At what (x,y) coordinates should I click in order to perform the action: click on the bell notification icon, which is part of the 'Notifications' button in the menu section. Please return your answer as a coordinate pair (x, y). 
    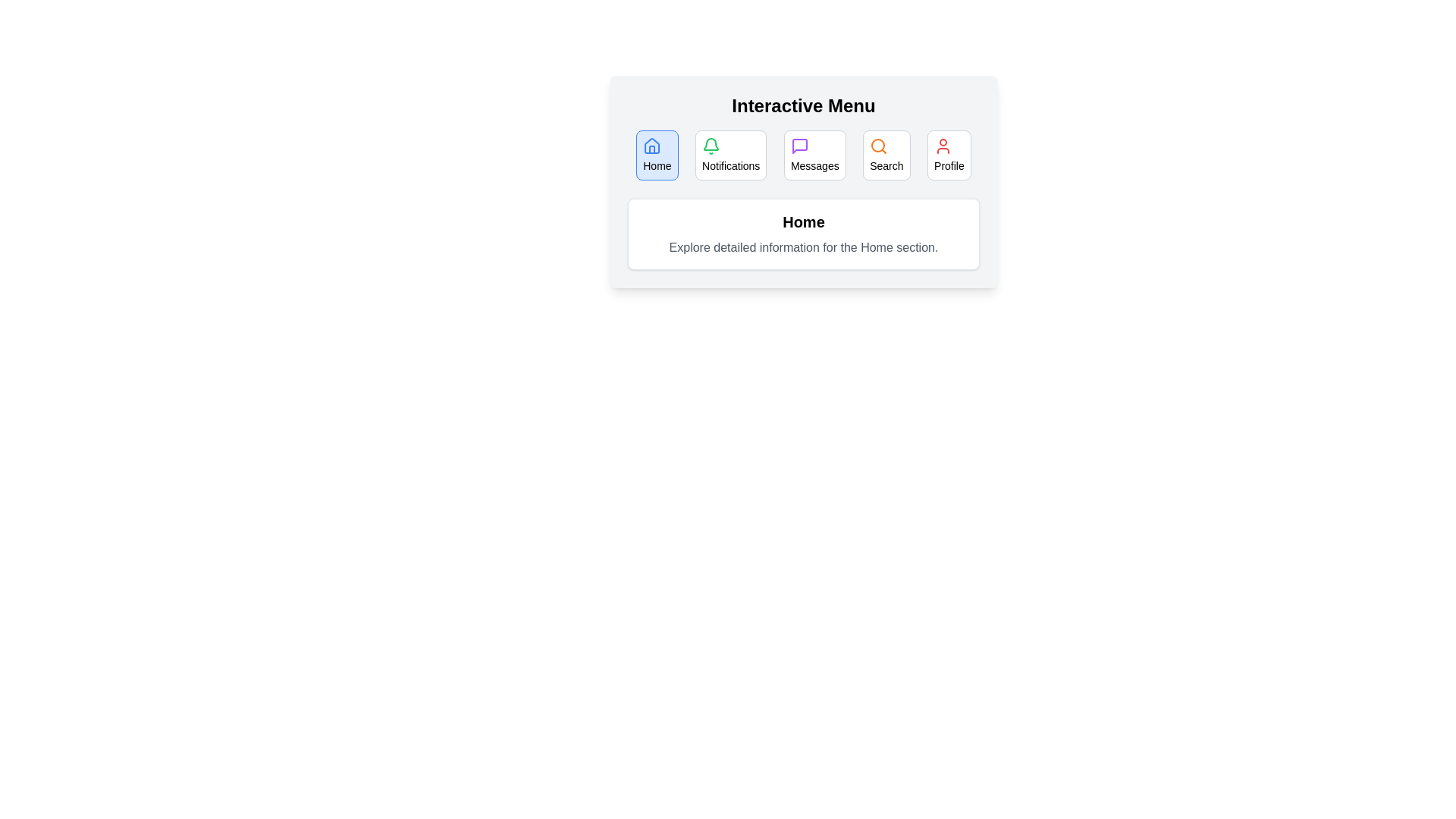
    Looking at the image, I should click on (711, 144).